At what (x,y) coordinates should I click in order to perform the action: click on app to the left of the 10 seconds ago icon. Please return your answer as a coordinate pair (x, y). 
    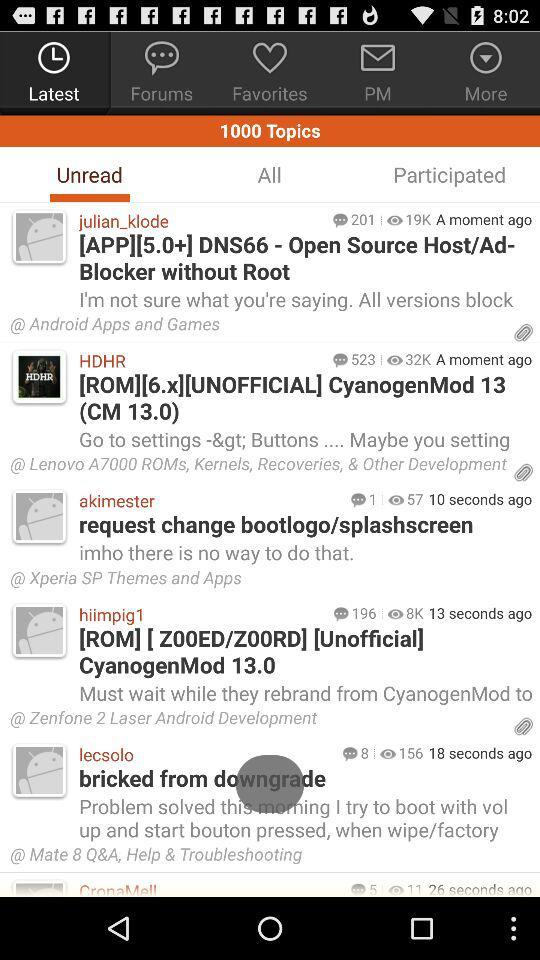
    Looking at the image, I should click on (414, 497).